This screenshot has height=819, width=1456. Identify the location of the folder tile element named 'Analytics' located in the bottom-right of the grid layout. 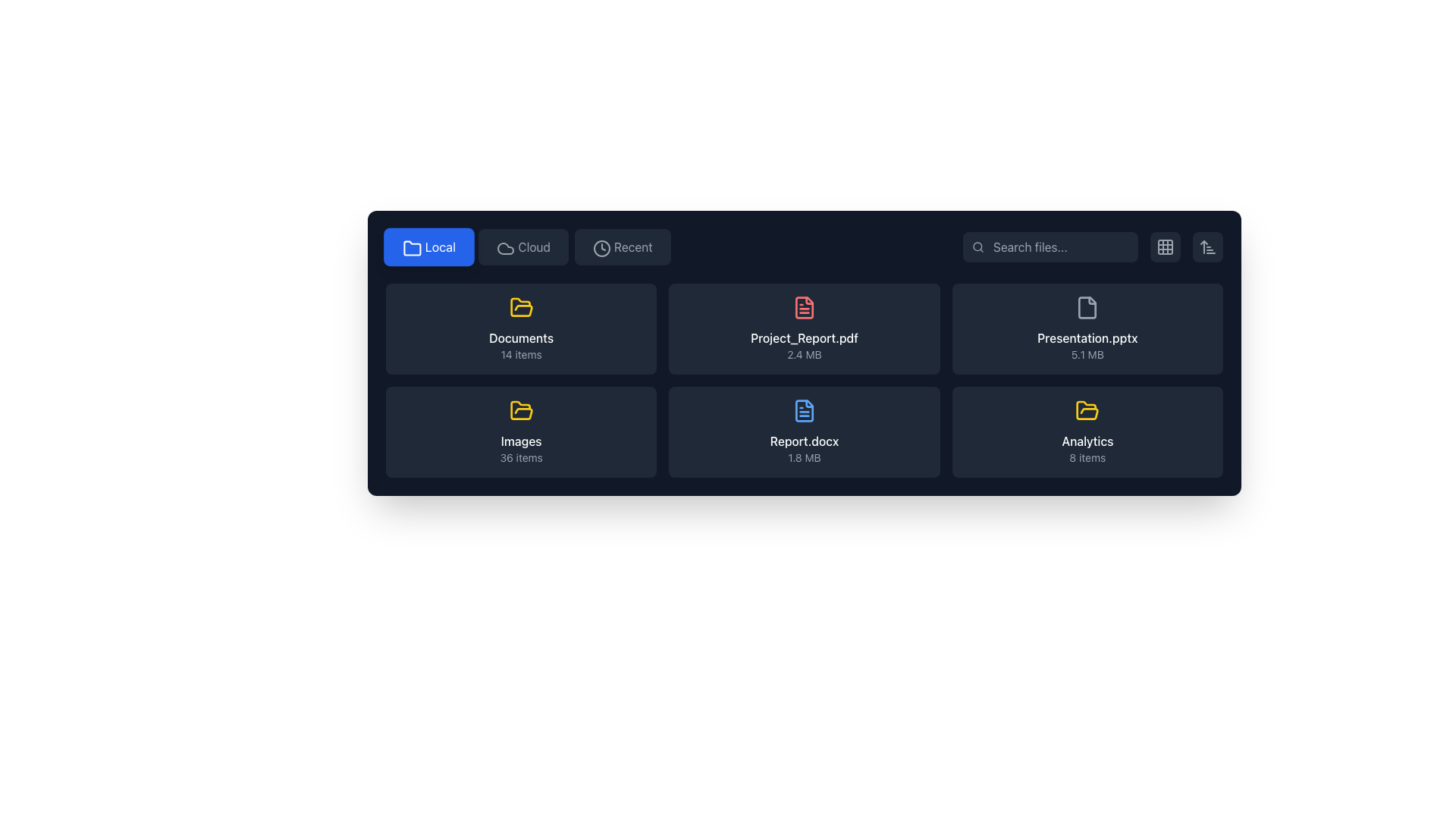
(1087, 432).